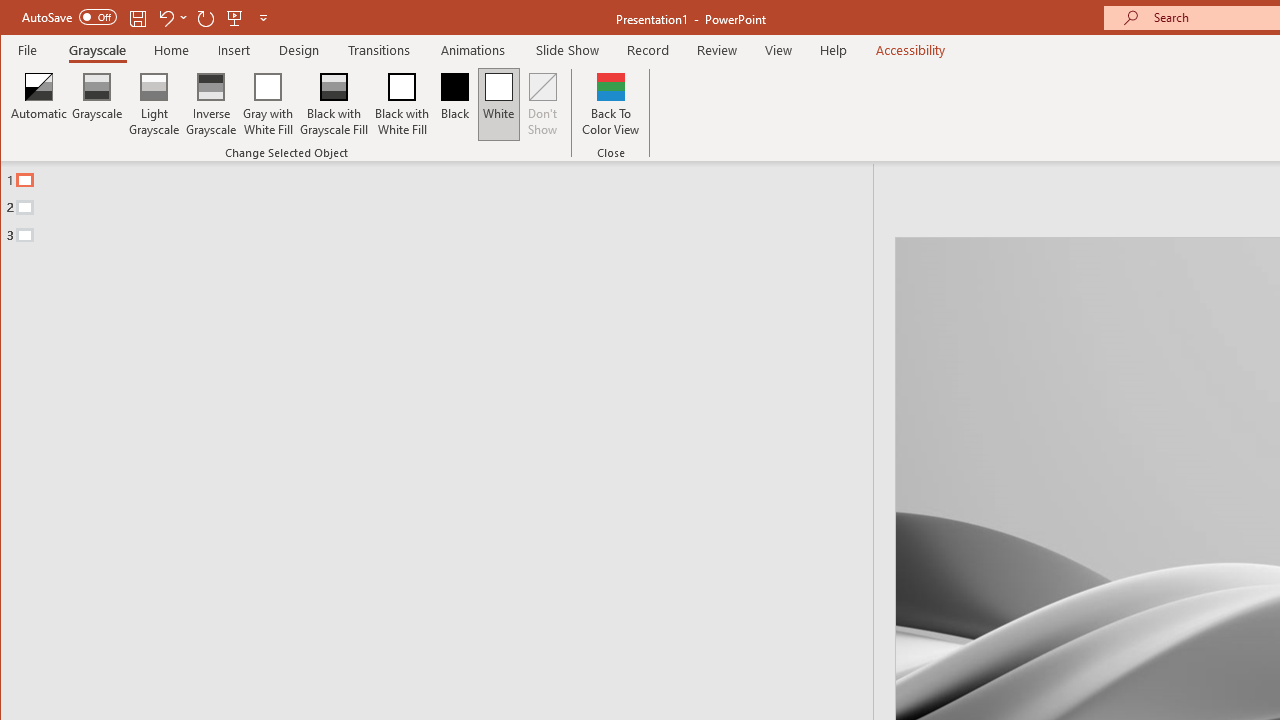 This screenshot has width=1280, height=720. Describe the element at coordinates (610, 104) in the screenshot. I see `'Back To Color View'` at that location.